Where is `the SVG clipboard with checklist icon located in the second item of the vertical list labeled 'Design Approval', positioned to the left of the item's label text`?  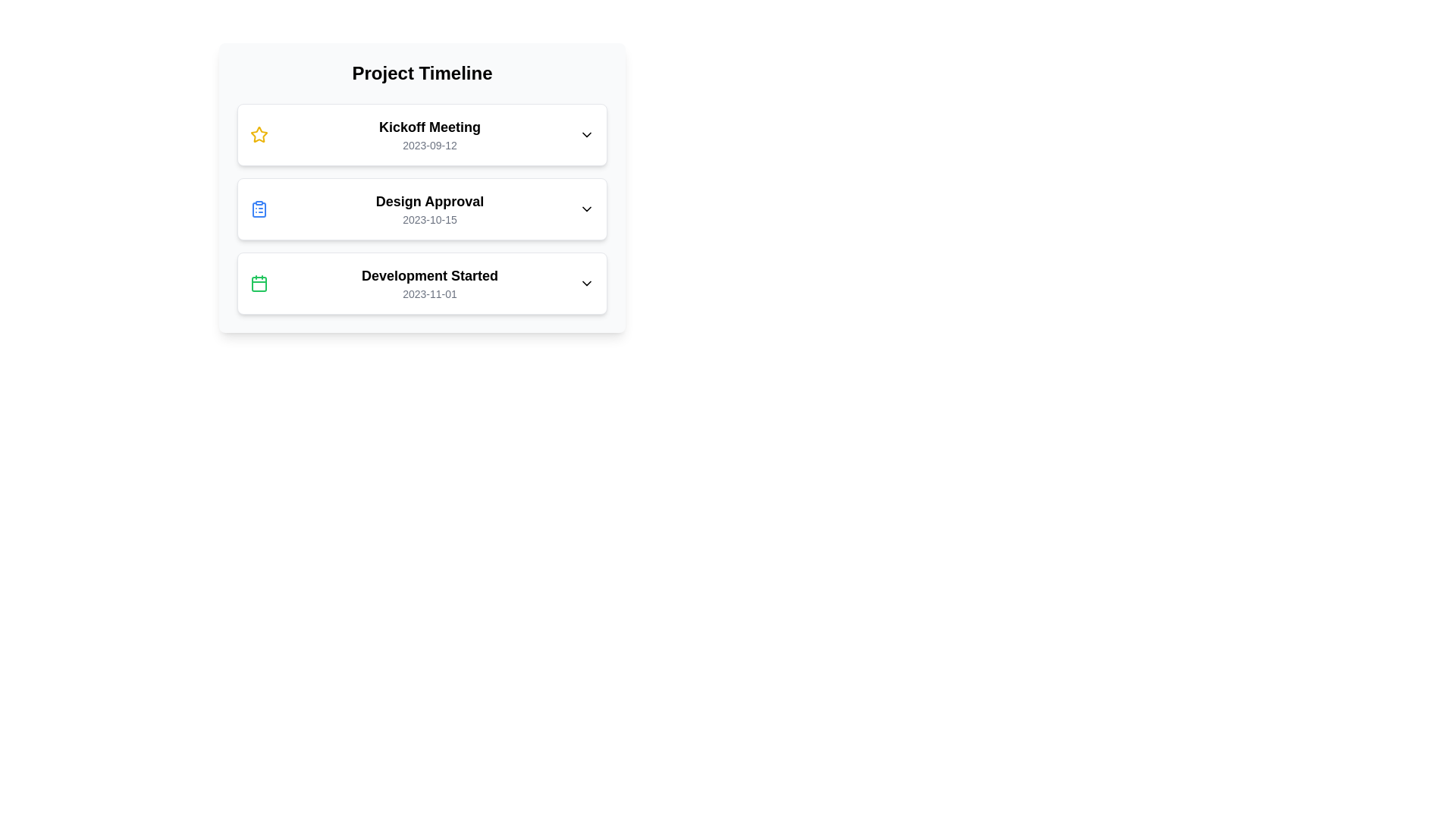 the SVG clipboard with checklist icon located in the second item of the vertical list labeled 'Design Approval', positioned to the left of the item's label text is located at coordinates (259, 210).